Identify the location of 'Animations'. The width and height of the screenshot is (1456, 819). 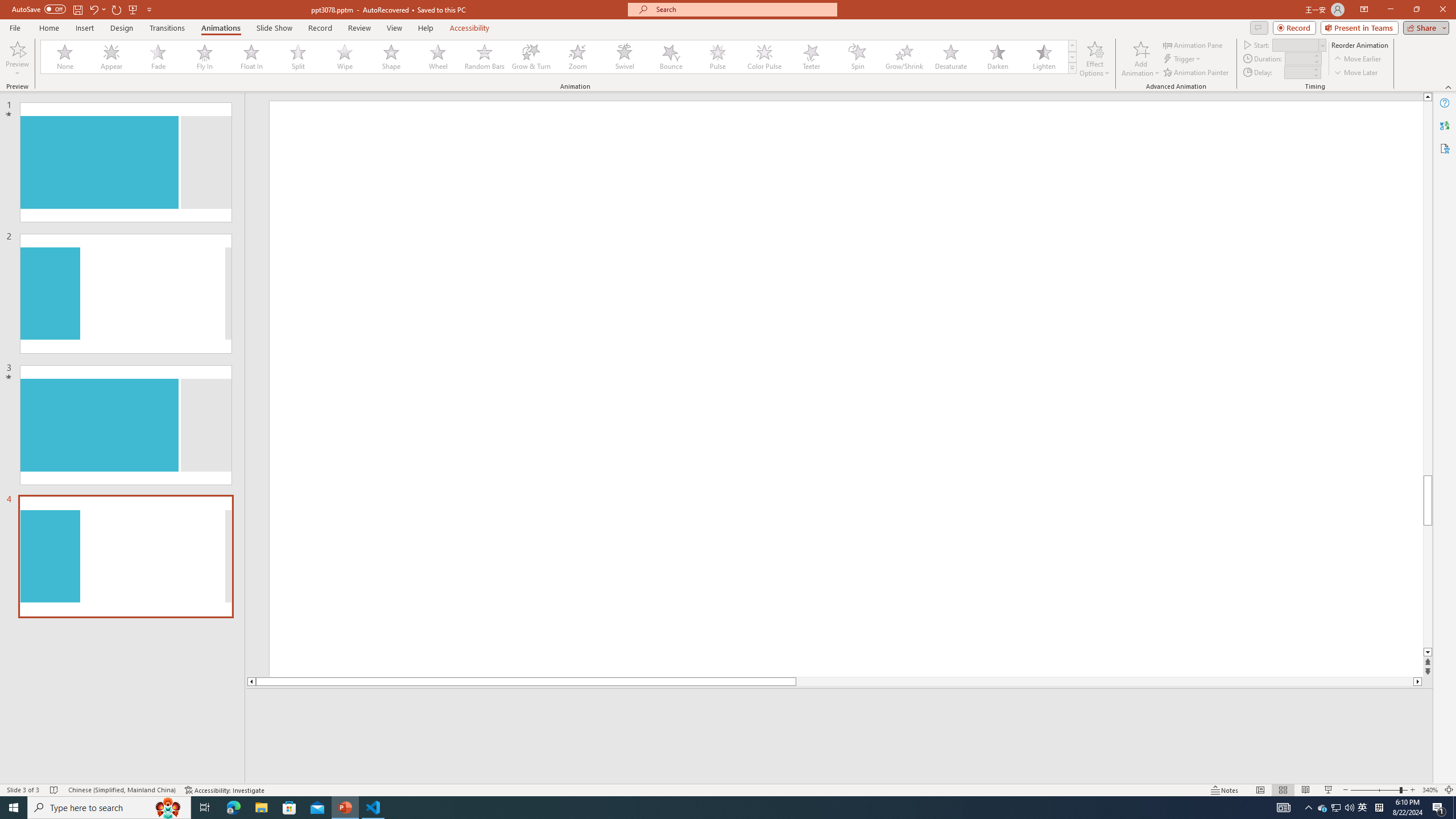
(220, 28).